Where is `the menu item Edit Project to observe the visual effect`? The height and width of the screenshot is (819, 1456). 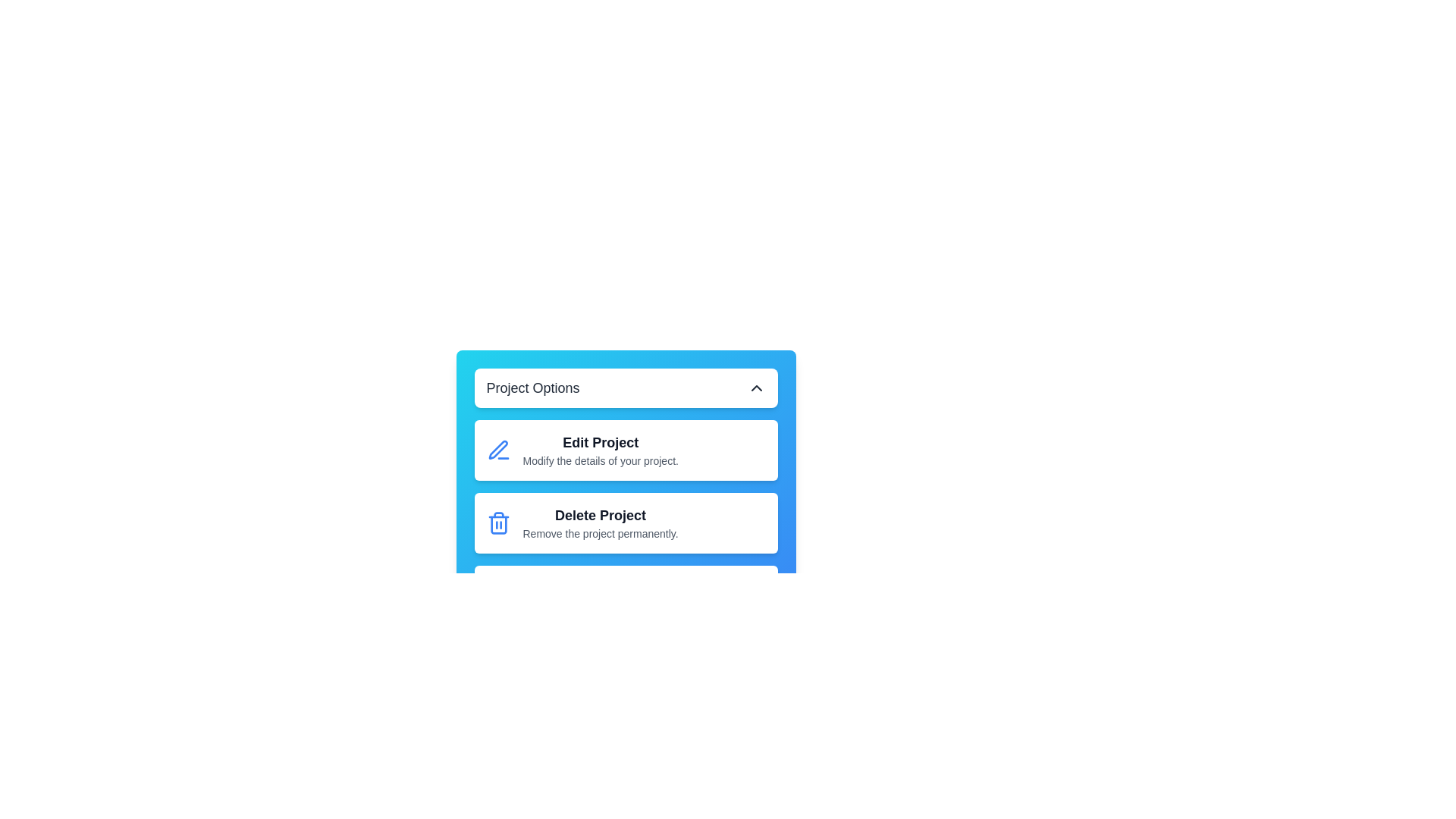 the menu item Edit Project to observe the visual effect is located at coordinates (626, 450).